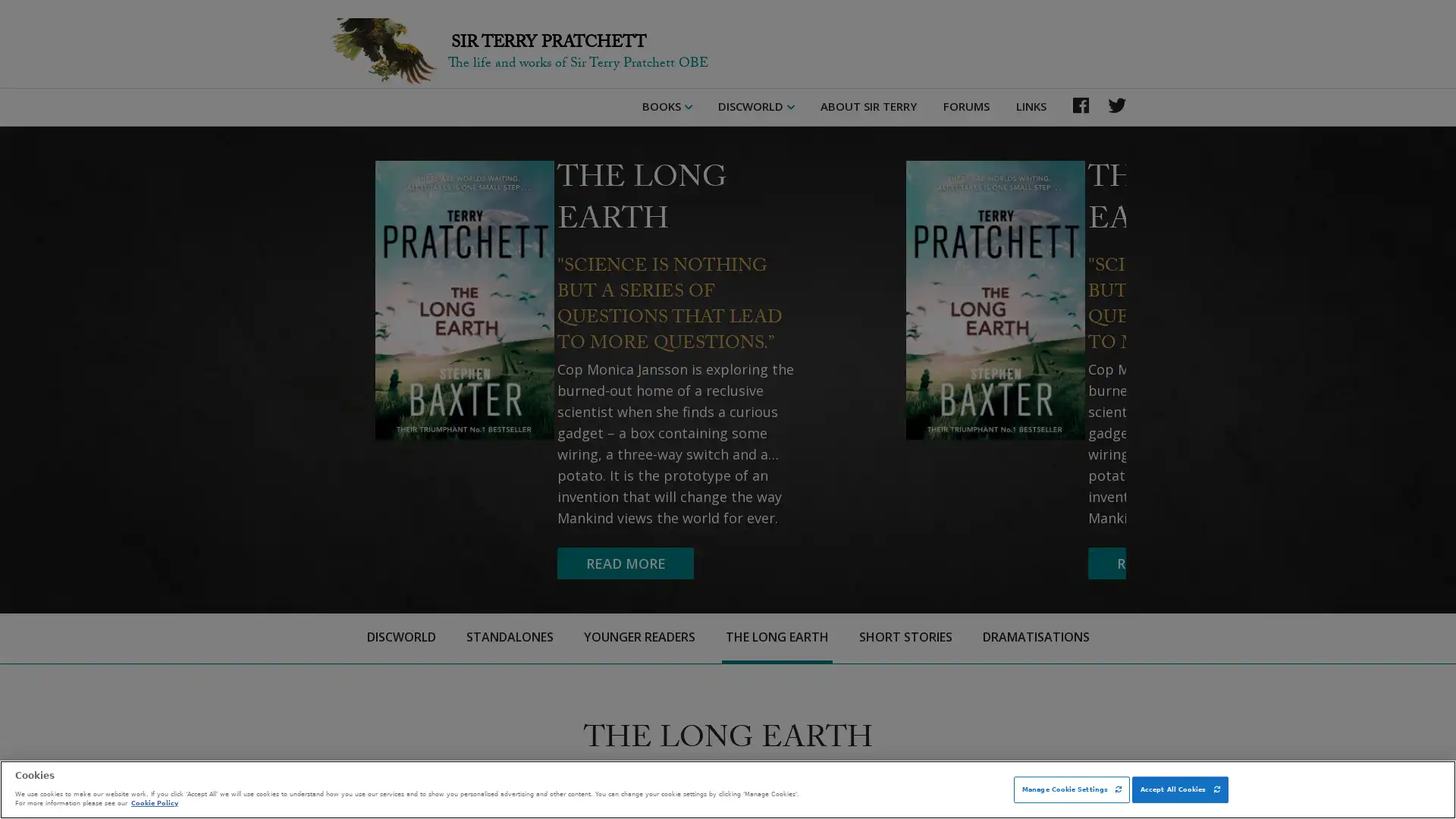 The image size is (1456, 819). Describe the element at coordinates (1071, 789) in the screenshot. I see `Manage Cookie Settings` at that location.